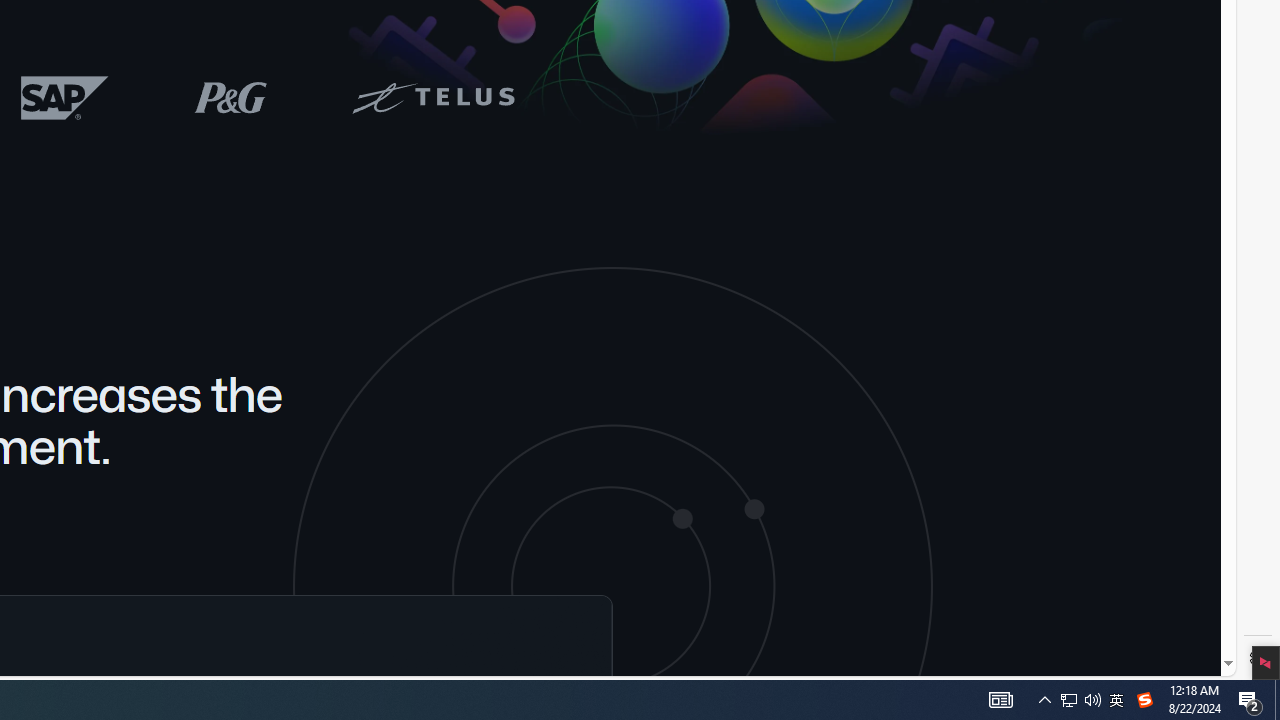  I want to click on 'Settings', so click(1257, 658).